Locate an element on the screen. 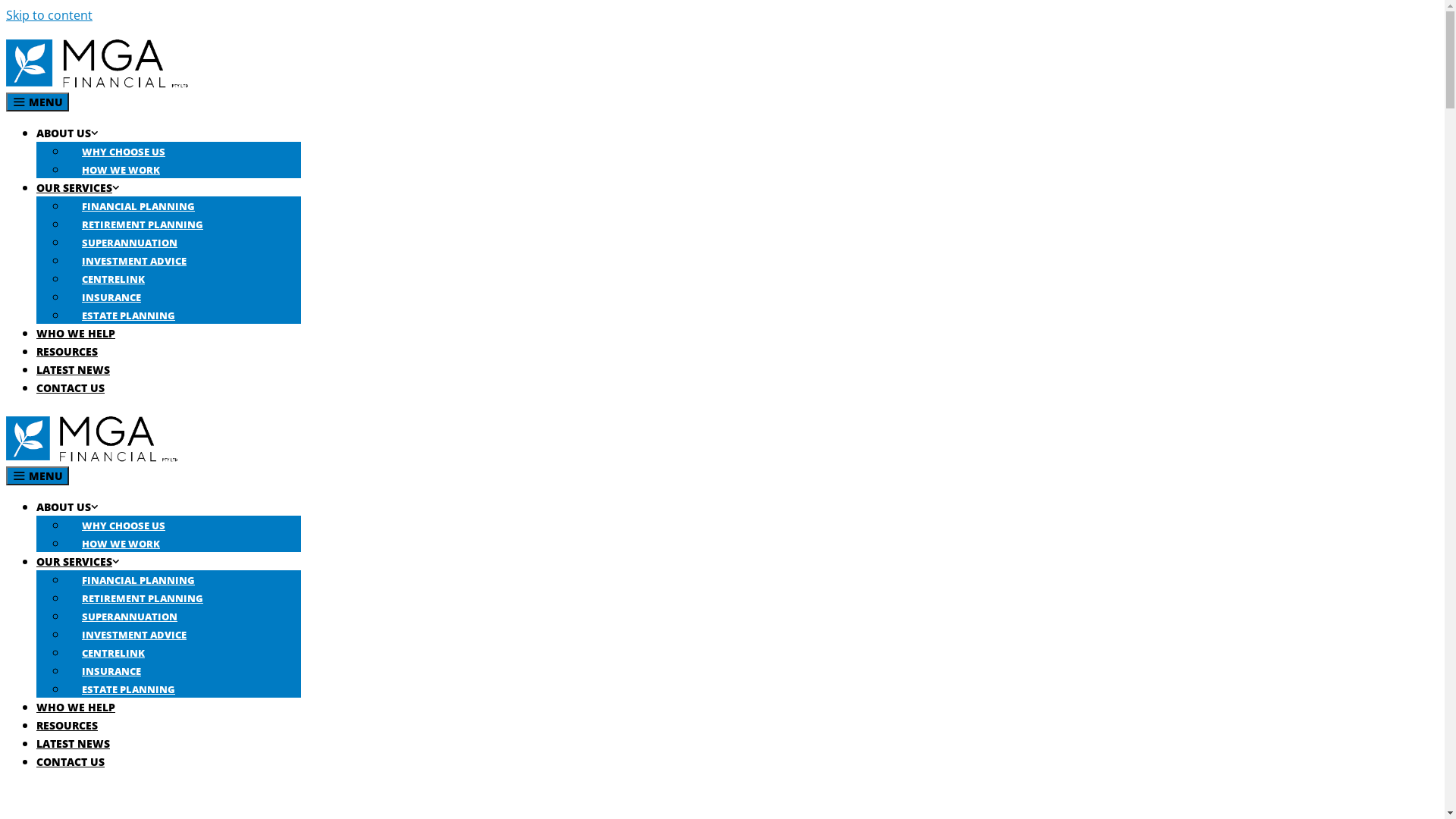  'HOW WE WORK' is located at coordinates (120, 169).